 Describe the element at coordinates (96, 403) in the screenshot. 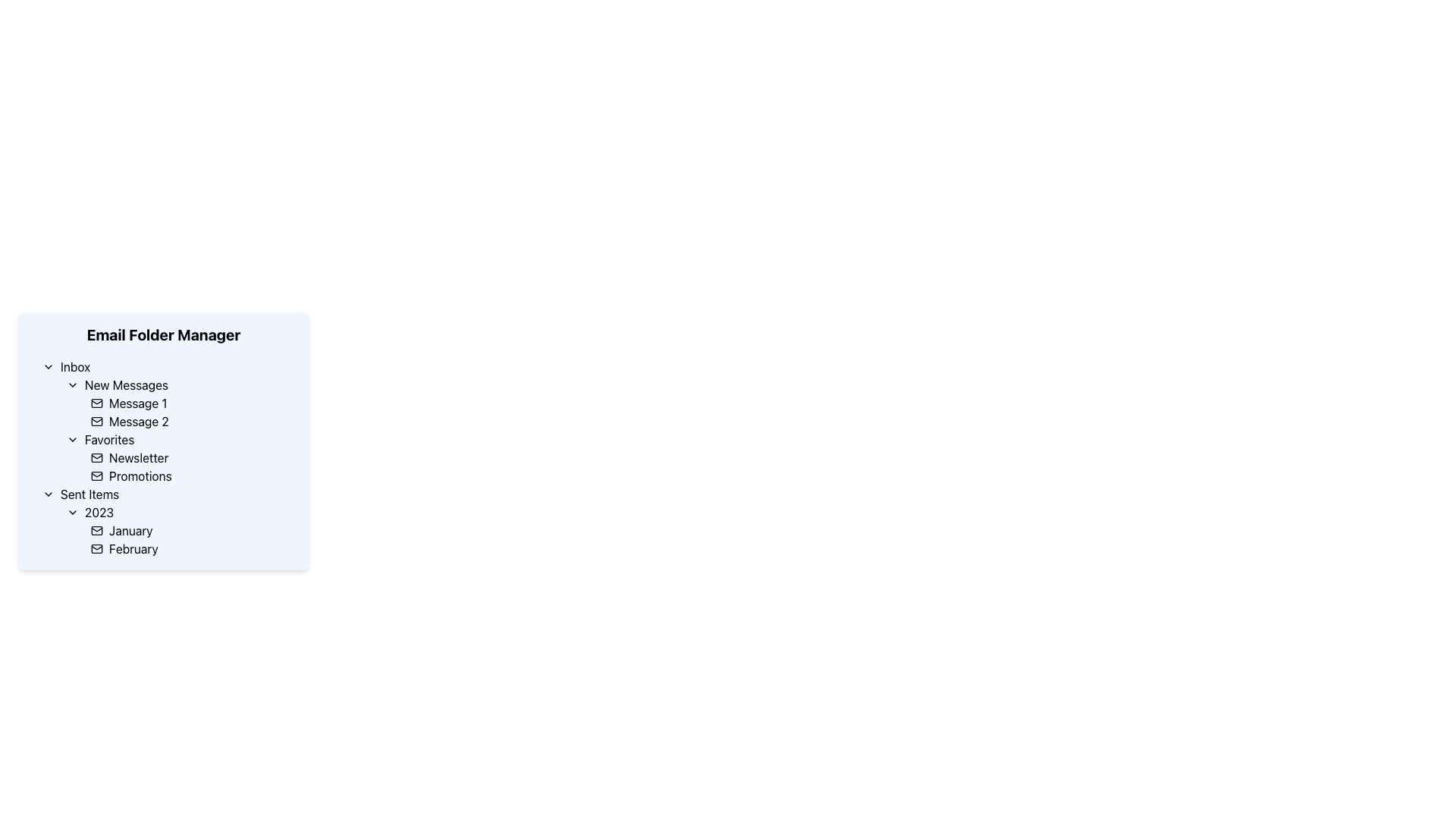

I see `the email message icon located on the left side of the 'Message 1' text, which is part of the row labeled 'Message 1' under the 'New Messages' folder in the 'Inbox' section` at that location.